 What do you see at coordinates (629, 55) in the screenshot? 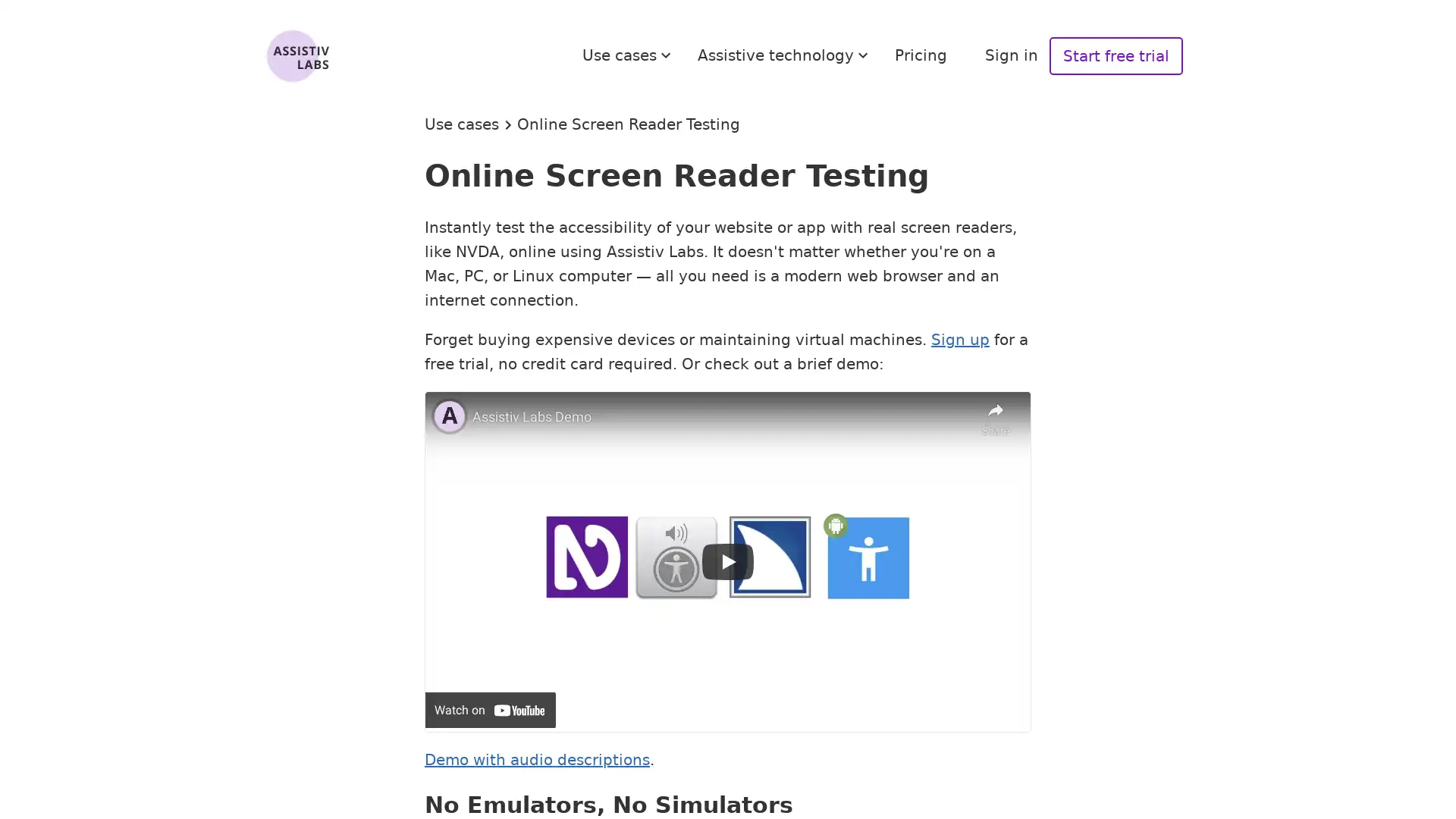
I see `Use cases` at bounding box center [629, 55].